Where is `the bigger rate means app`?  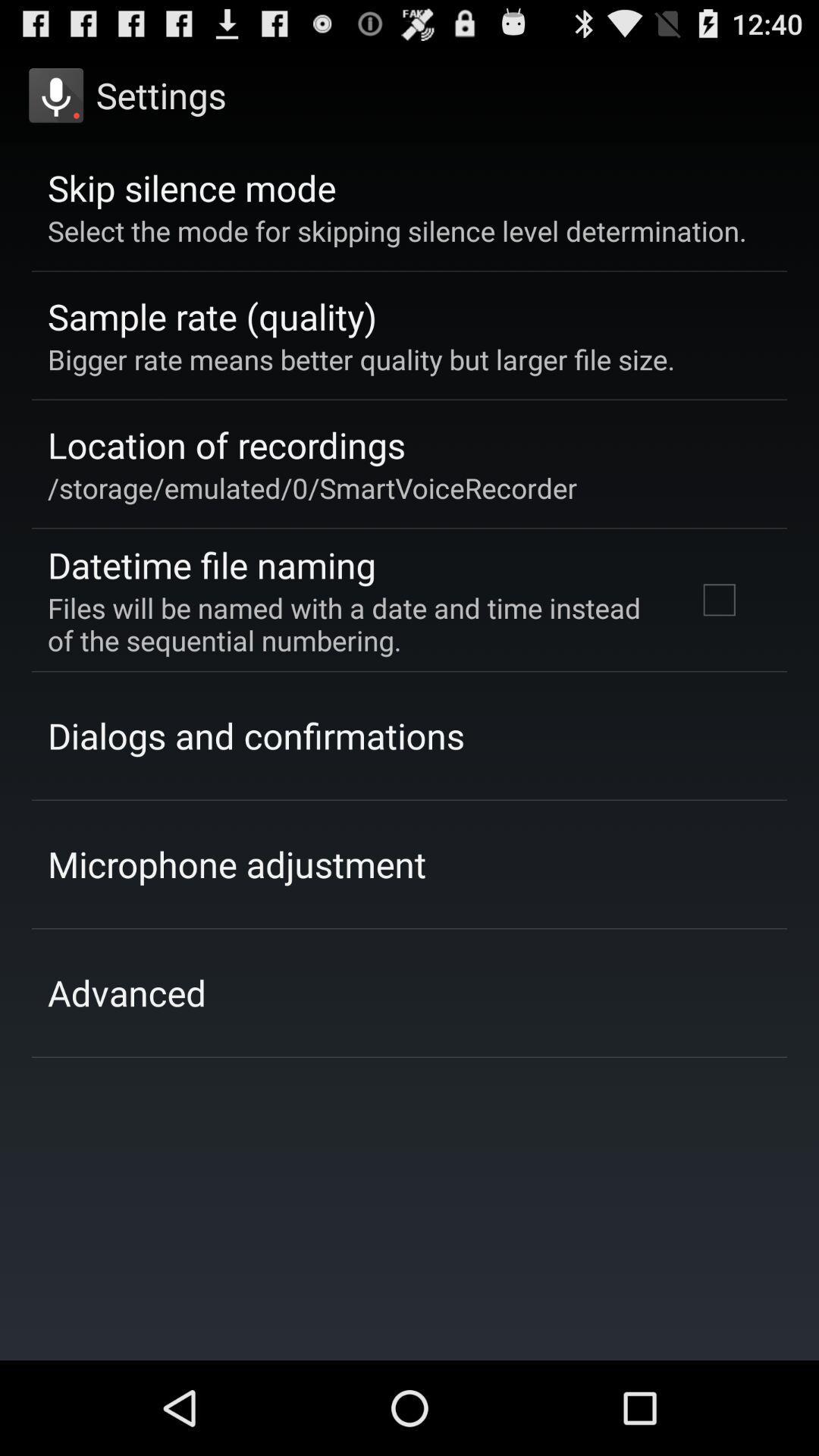 the bigger rate means app is located at coordinates (361, 359).